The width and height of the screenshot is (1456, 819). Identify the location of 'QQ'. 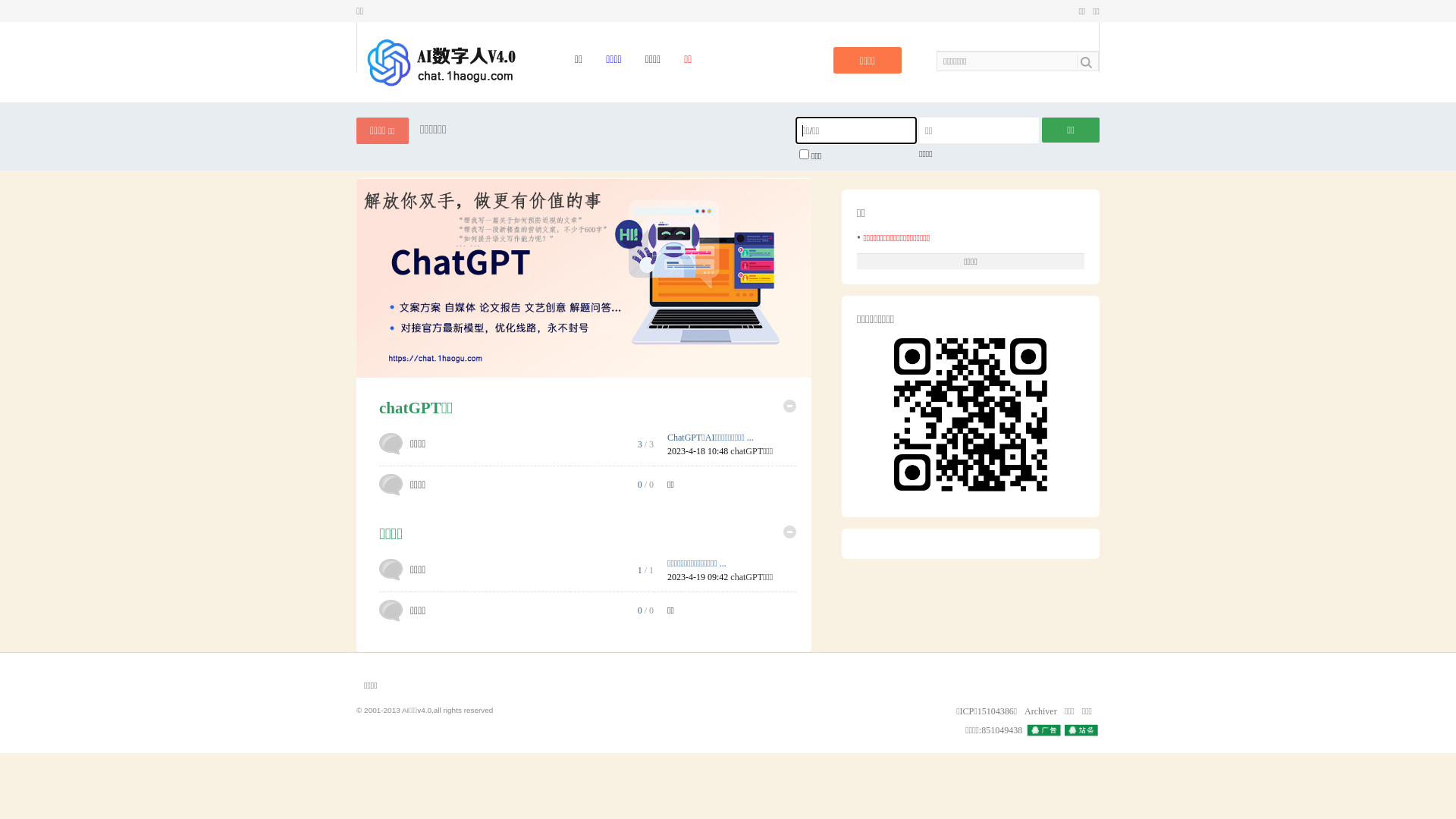
(1062, 730).